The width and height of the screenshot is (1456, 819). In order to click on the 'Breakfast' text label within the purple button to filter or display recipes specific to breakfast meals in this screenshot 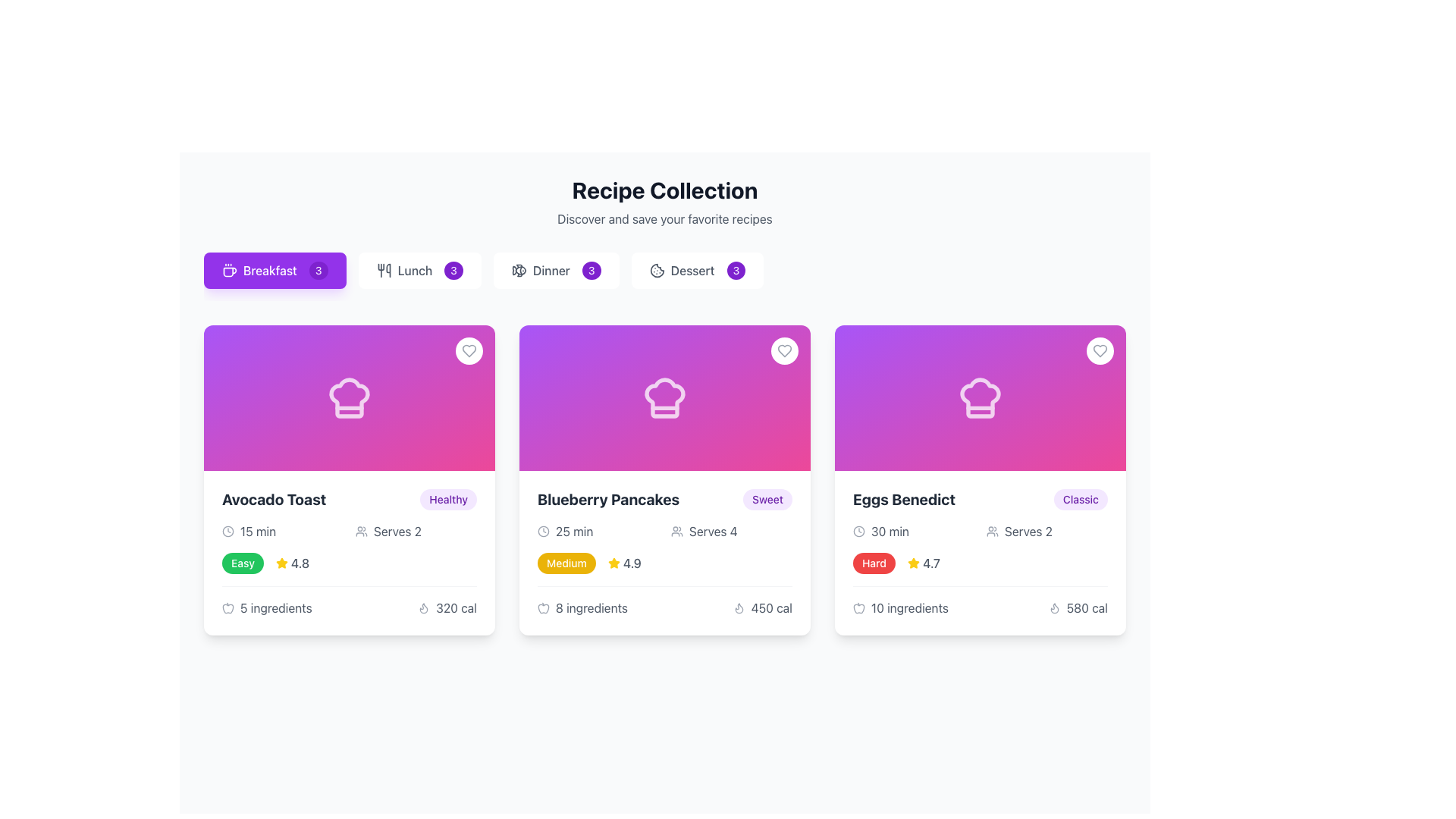, I will do `click(270, 270)`.